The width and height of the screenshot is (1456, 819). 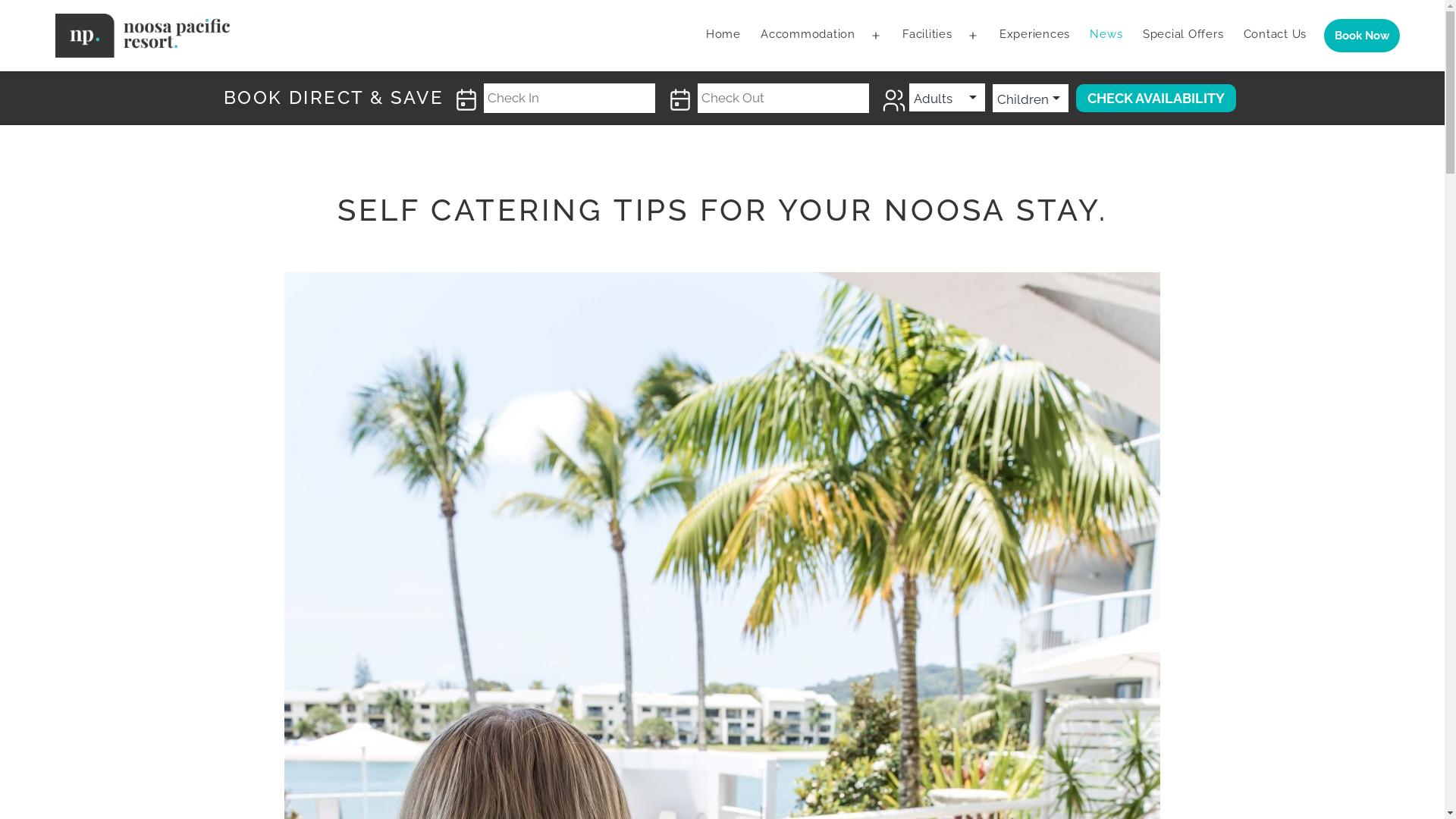 What do you see at coordinates (1106, 35) in the screenshot?
I see `'News'` at bounding box center [1106, 35].